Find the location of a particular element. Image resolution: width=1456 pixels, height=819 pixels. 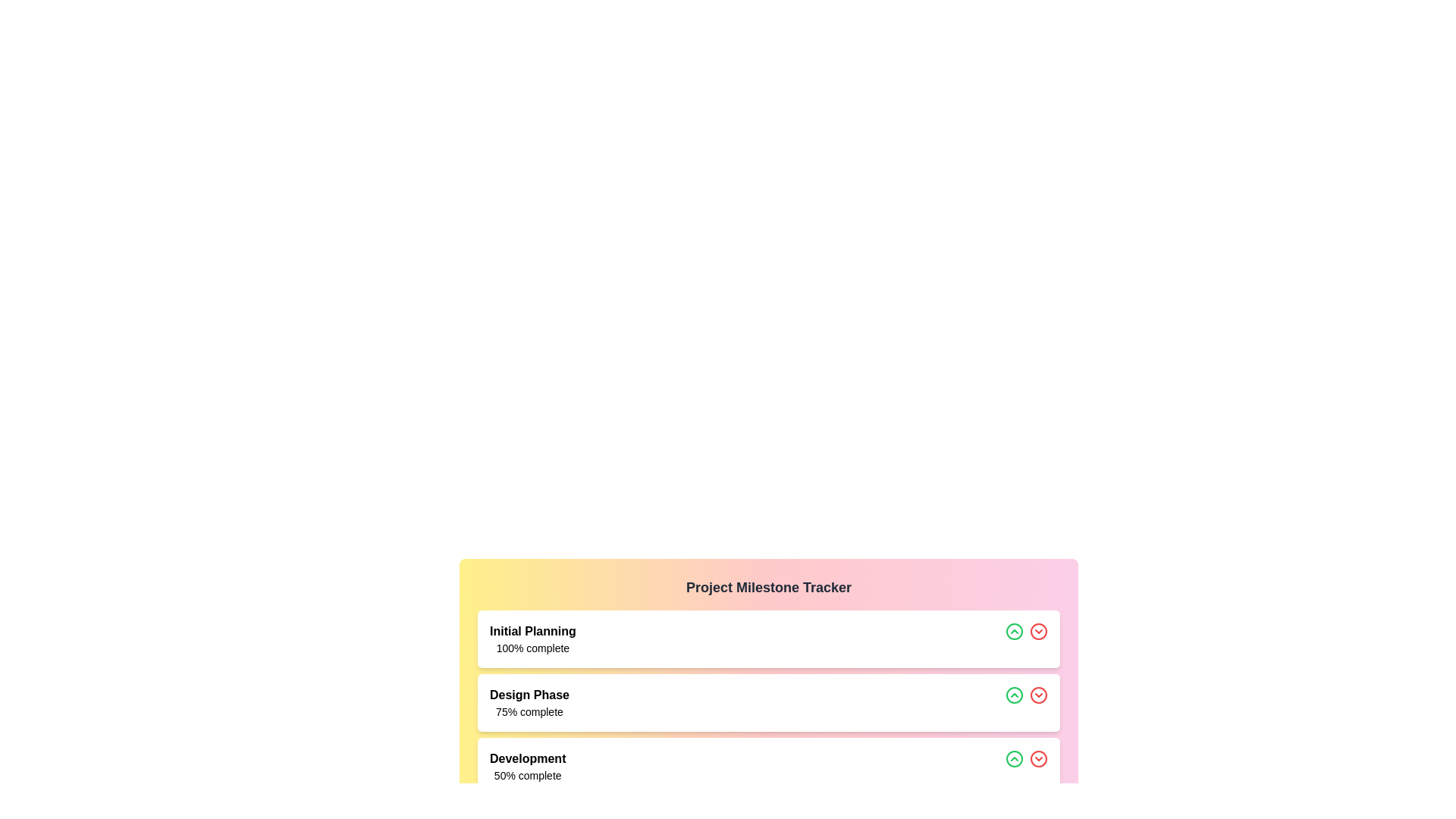

the static text label indicating the completion percentage for the 'Initial Planning' phase, located at the bottom of the 'Initial Planning' milestone card is located at coordinates (532, 648).